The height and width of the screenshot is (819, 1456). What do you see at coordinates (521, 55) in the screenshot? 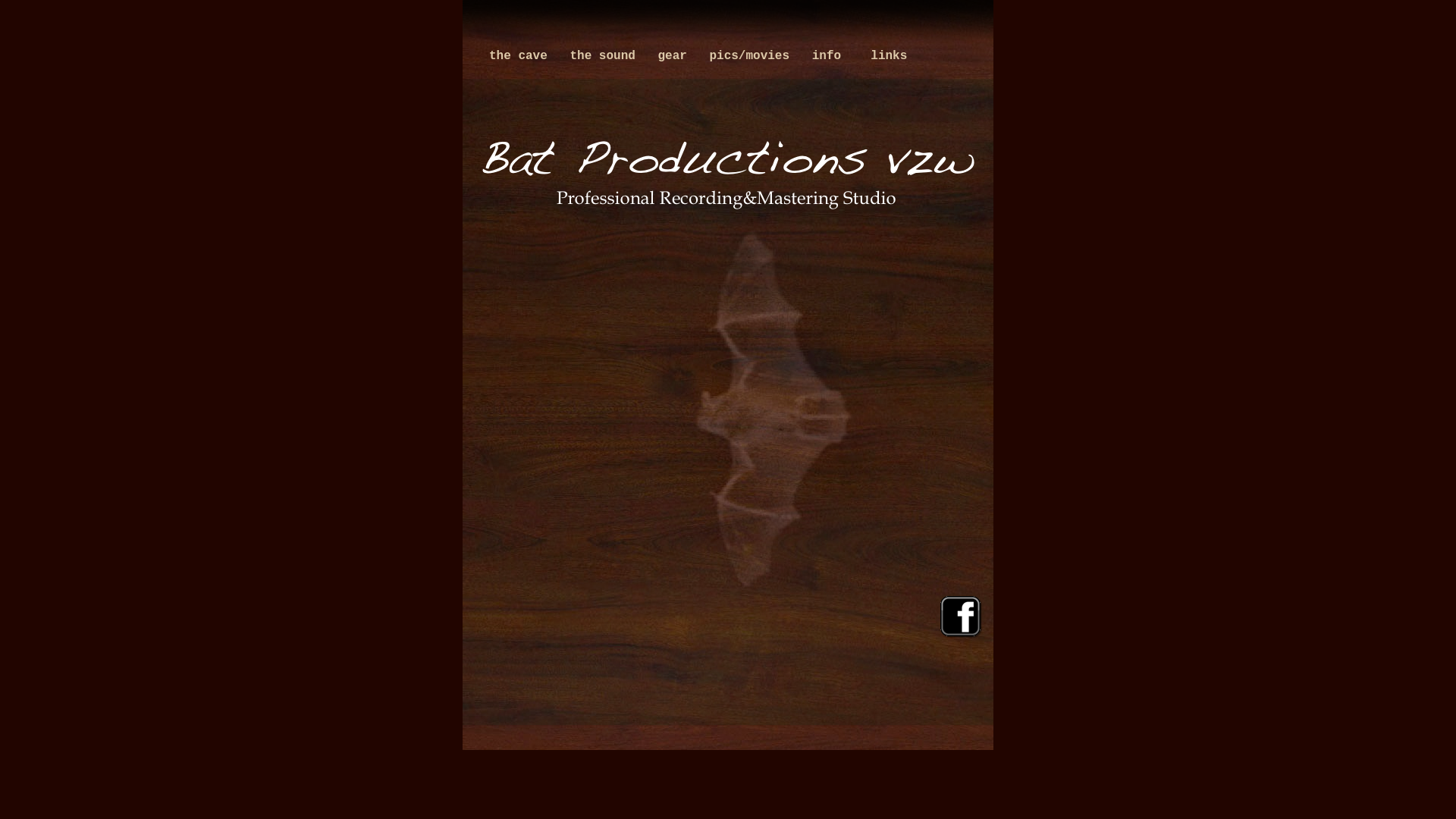
I see `'the cave'` at bounding box center [521, 55].